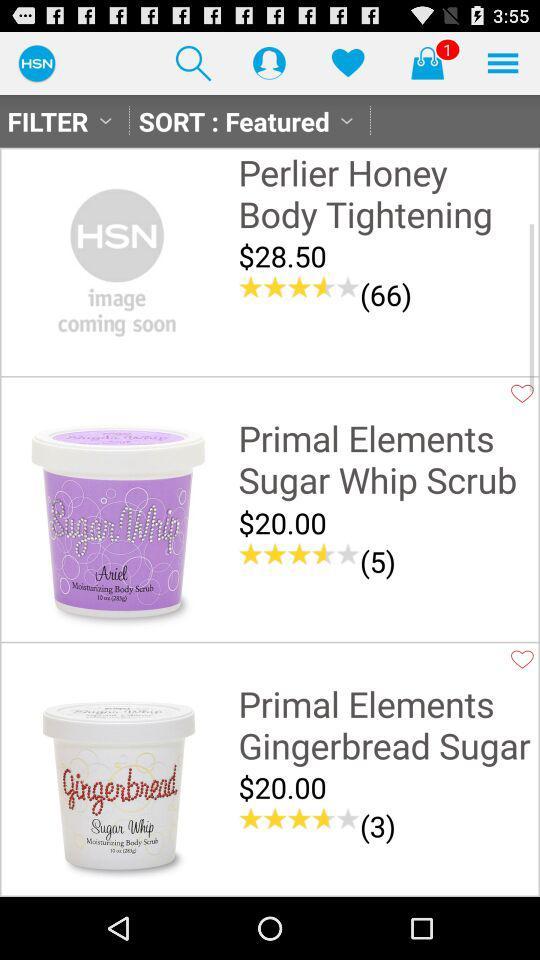 Image resolution: width=540 pixels, height=960 pixels. I want to click on (5) item, so click(378, 561).